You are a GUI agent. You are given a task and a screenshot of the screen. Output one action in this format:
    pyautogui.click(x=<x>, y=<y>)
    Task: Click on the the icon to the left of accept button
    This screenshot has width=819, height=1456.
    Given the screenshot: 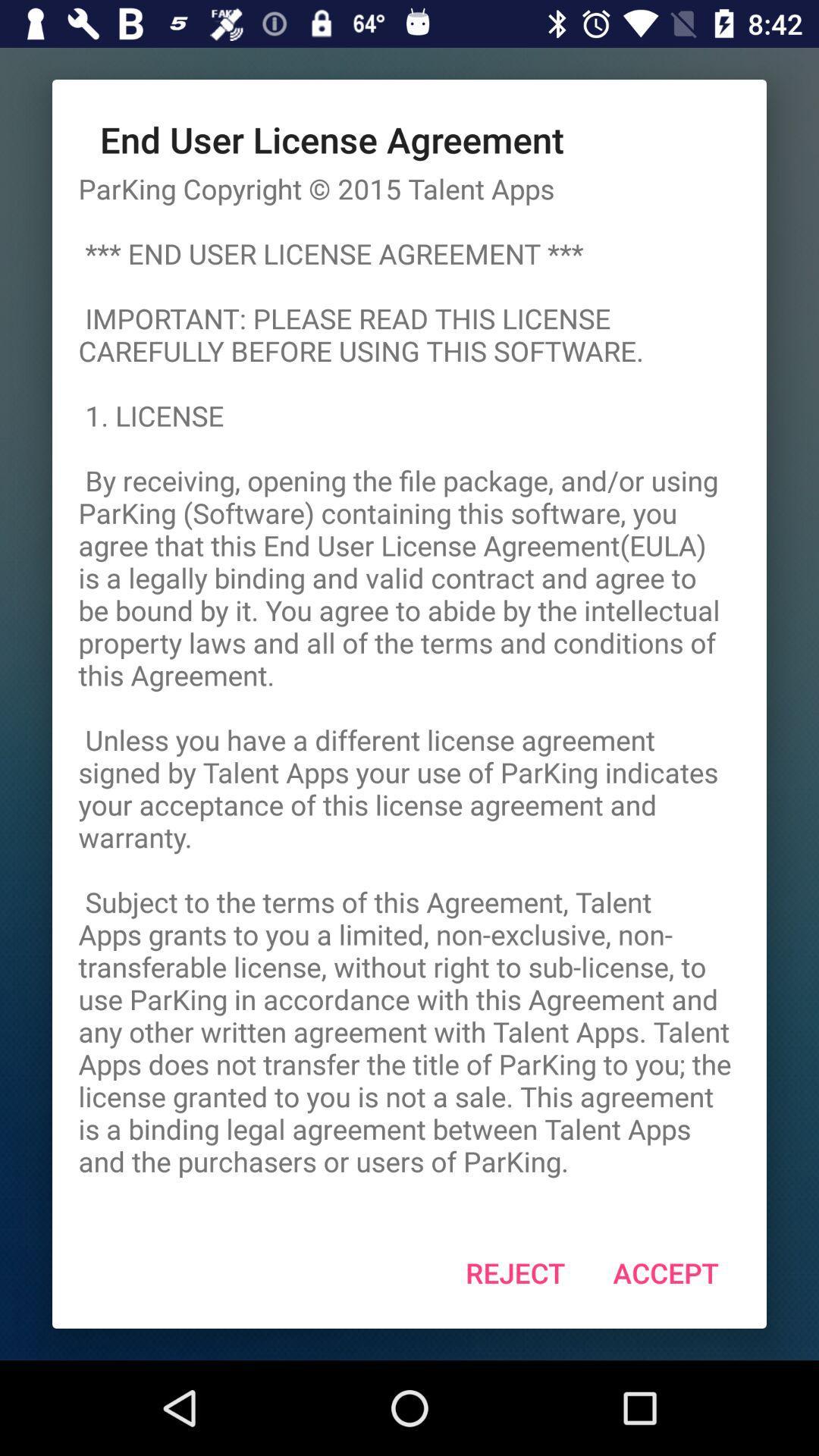 What is the action you would take?
    pyautogui.click(x=514, y=1272)
    